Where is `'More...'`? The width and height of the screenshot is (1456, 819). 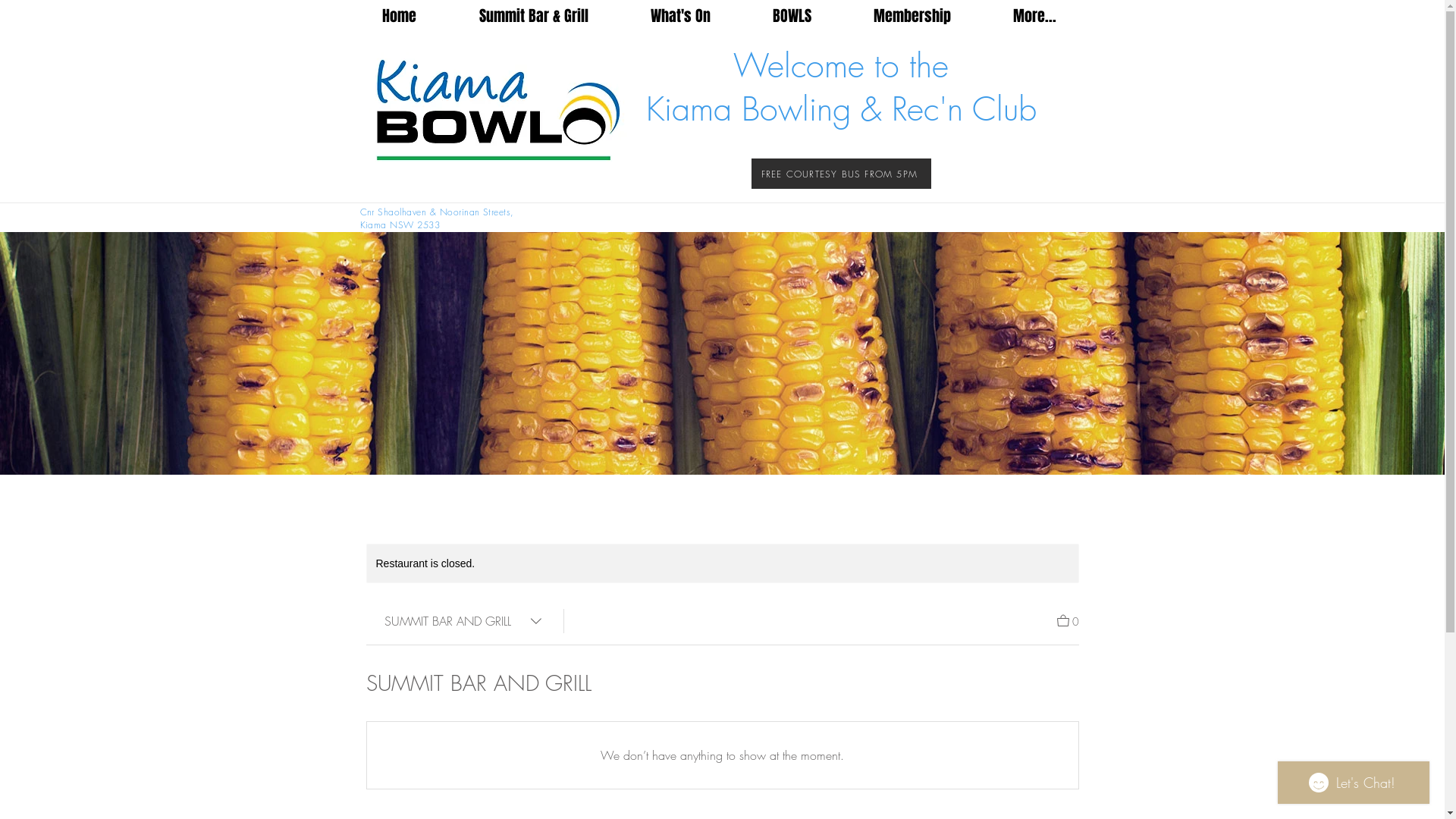
'More...' is located at coordinates (1033, 16).